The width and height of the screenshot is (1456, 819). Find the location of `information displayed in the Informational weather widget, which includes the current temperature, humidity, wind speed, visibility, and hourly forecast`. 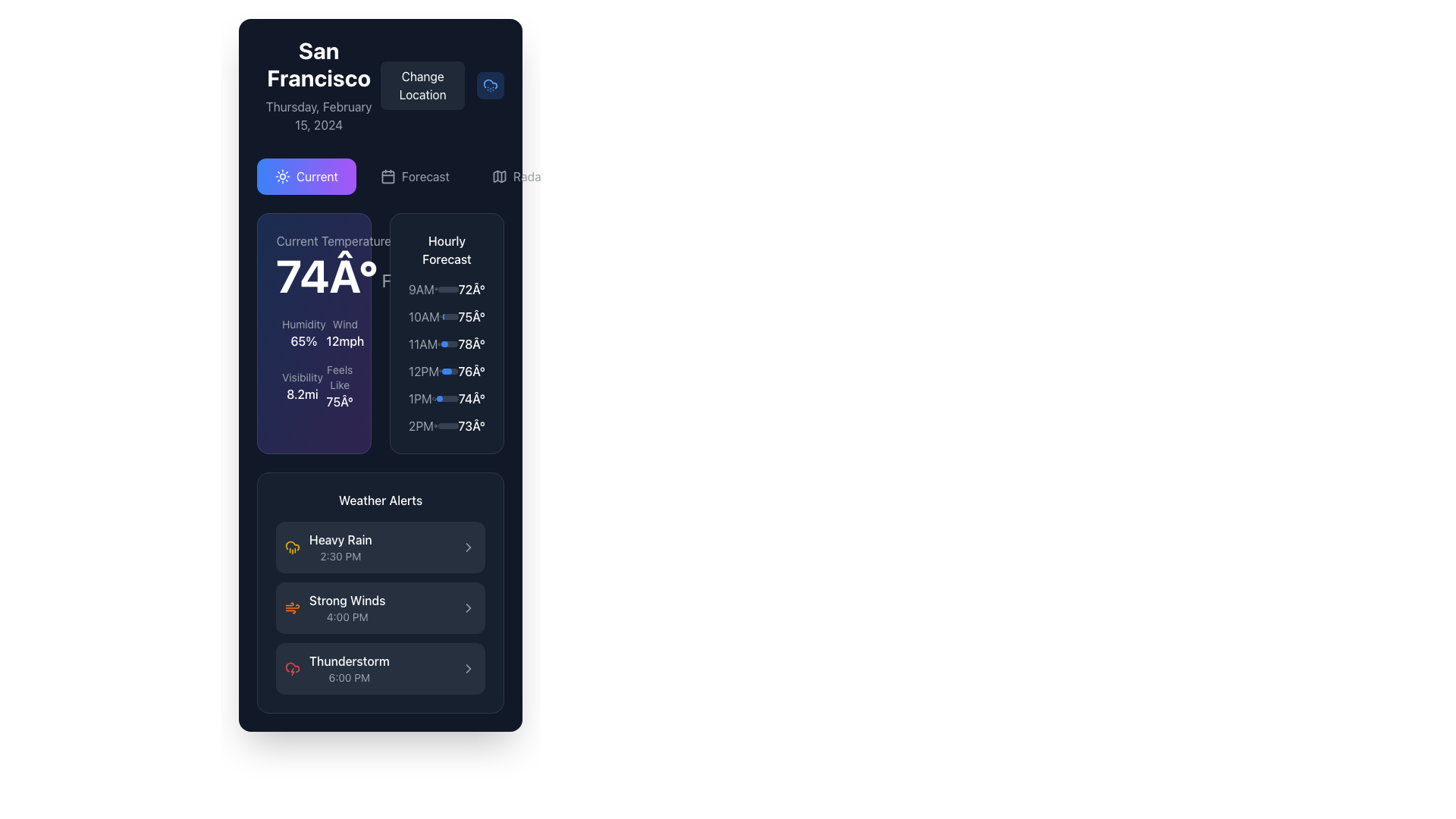

information displayed in the Informational weather widget, which includes the current temperature, humidity, wind speed, visibility, and hourly forecast is located at coordinates (381, 332).